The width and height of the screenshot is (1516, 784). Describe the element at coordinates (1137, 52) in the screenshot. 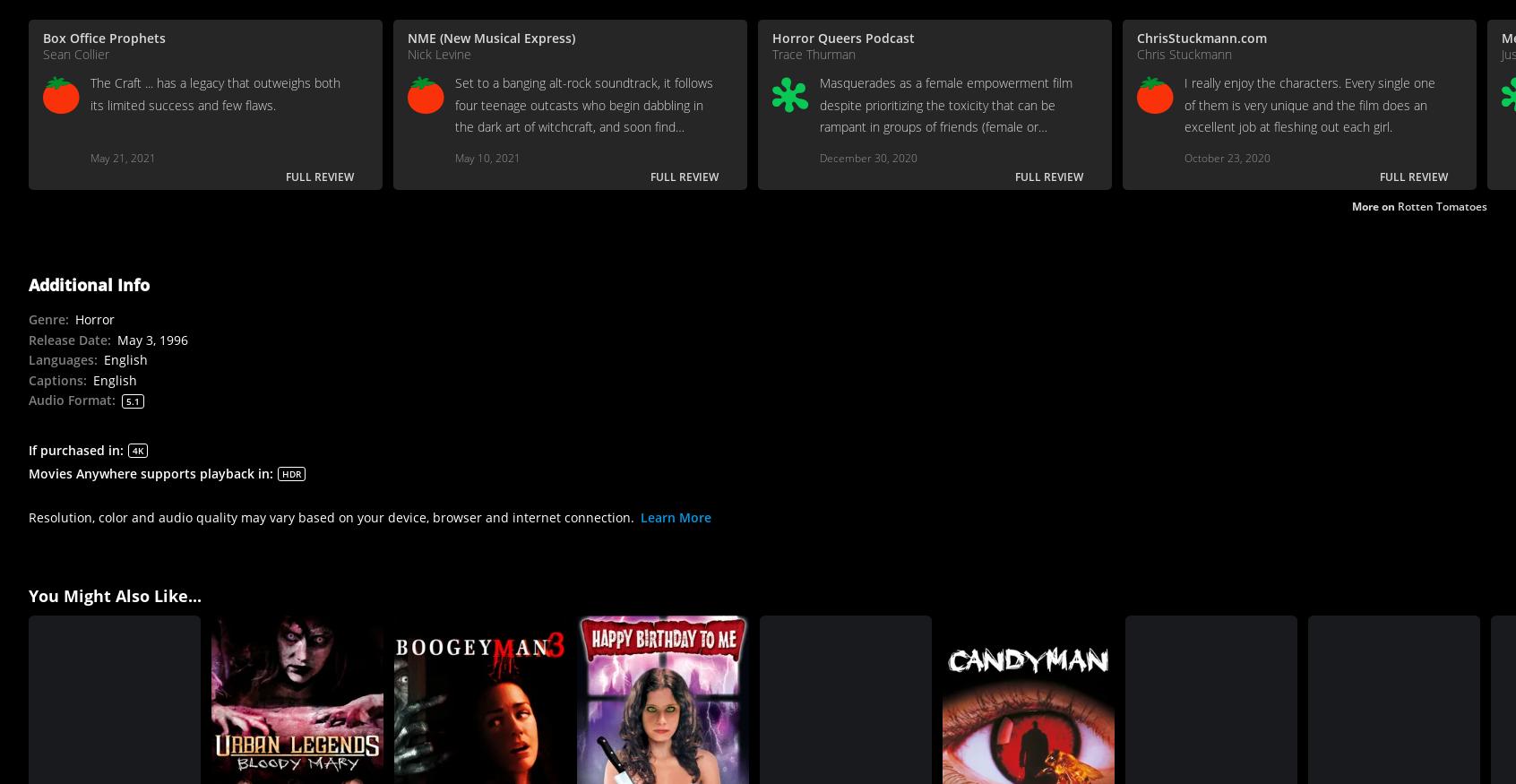

I see `'Chris Stuckmann'` at that location.